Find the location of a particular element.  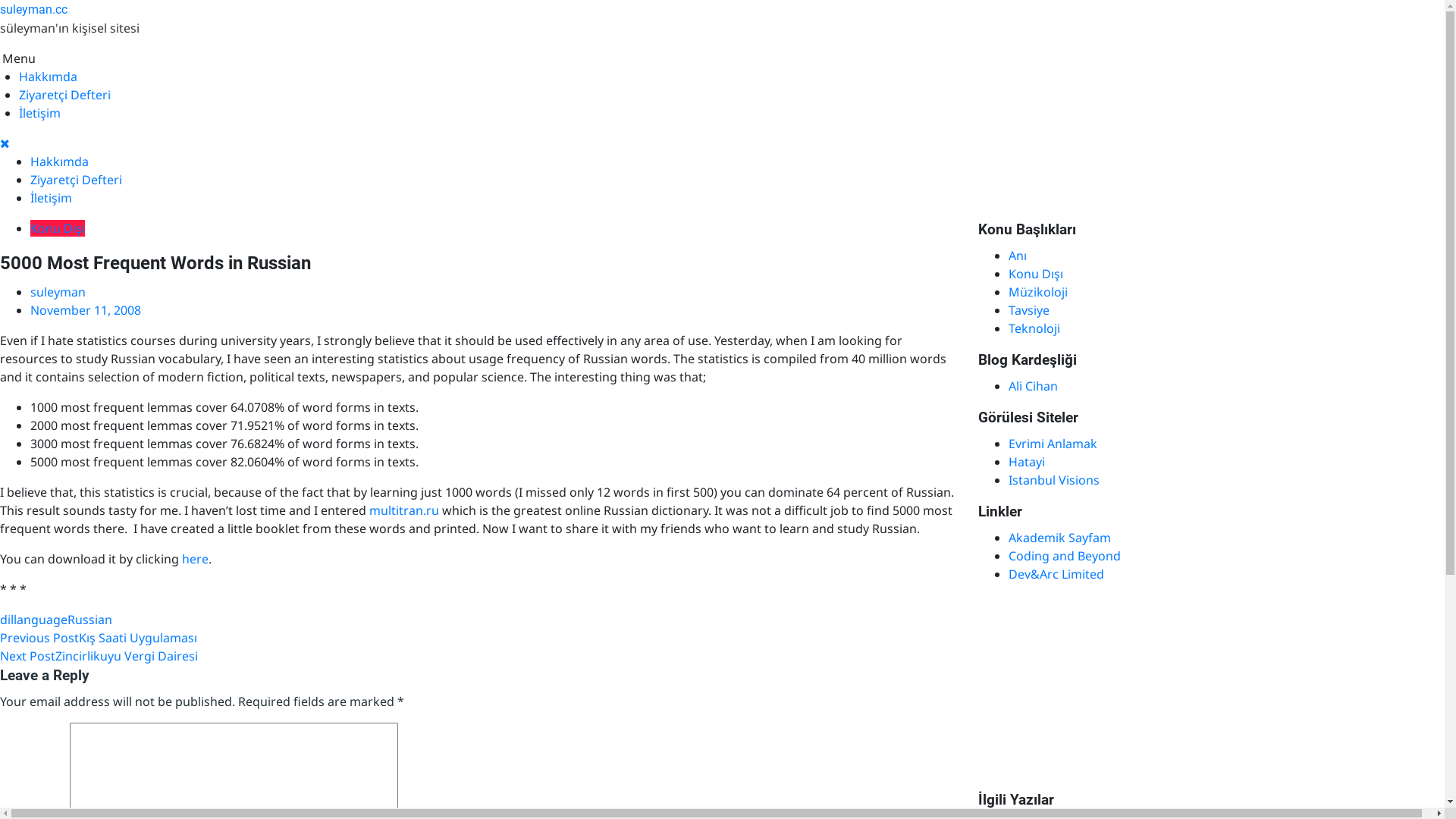

'Evrimi Anlamak' is located at coordinates (1052, 444).